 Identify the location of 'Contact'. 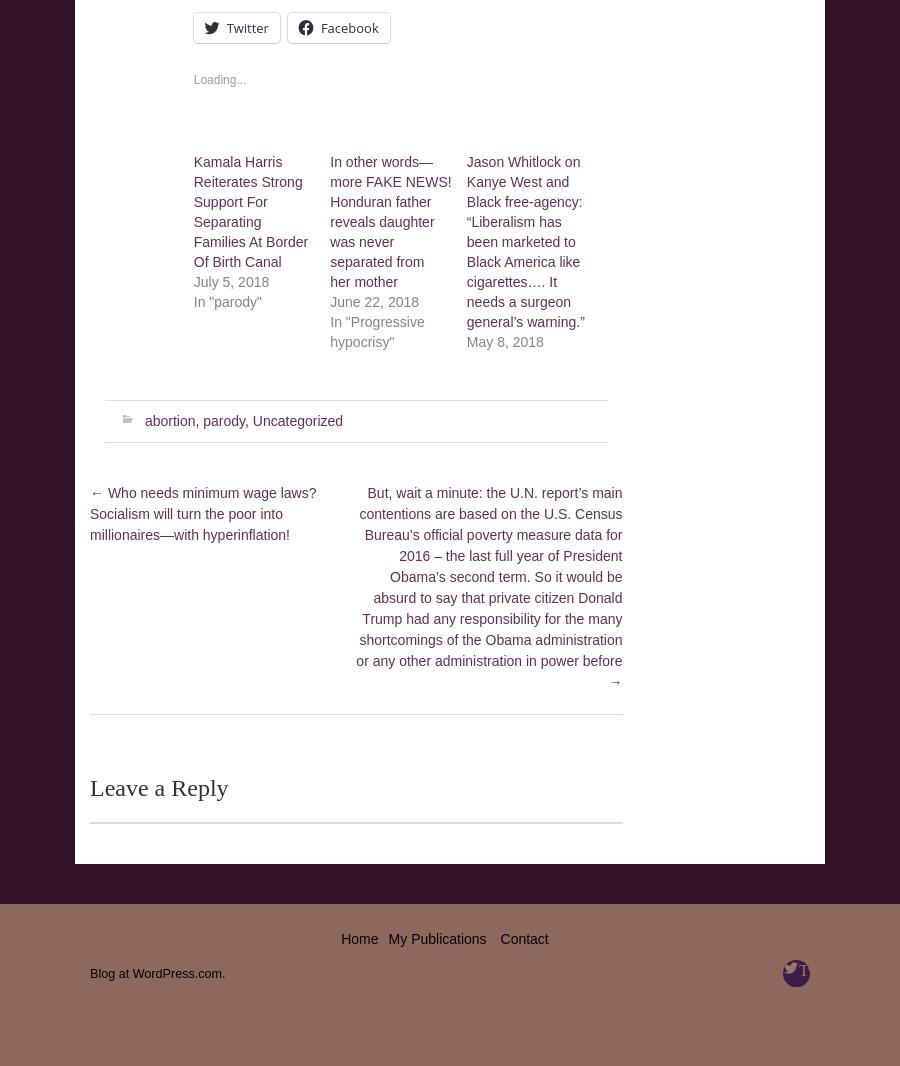
(522, 937).